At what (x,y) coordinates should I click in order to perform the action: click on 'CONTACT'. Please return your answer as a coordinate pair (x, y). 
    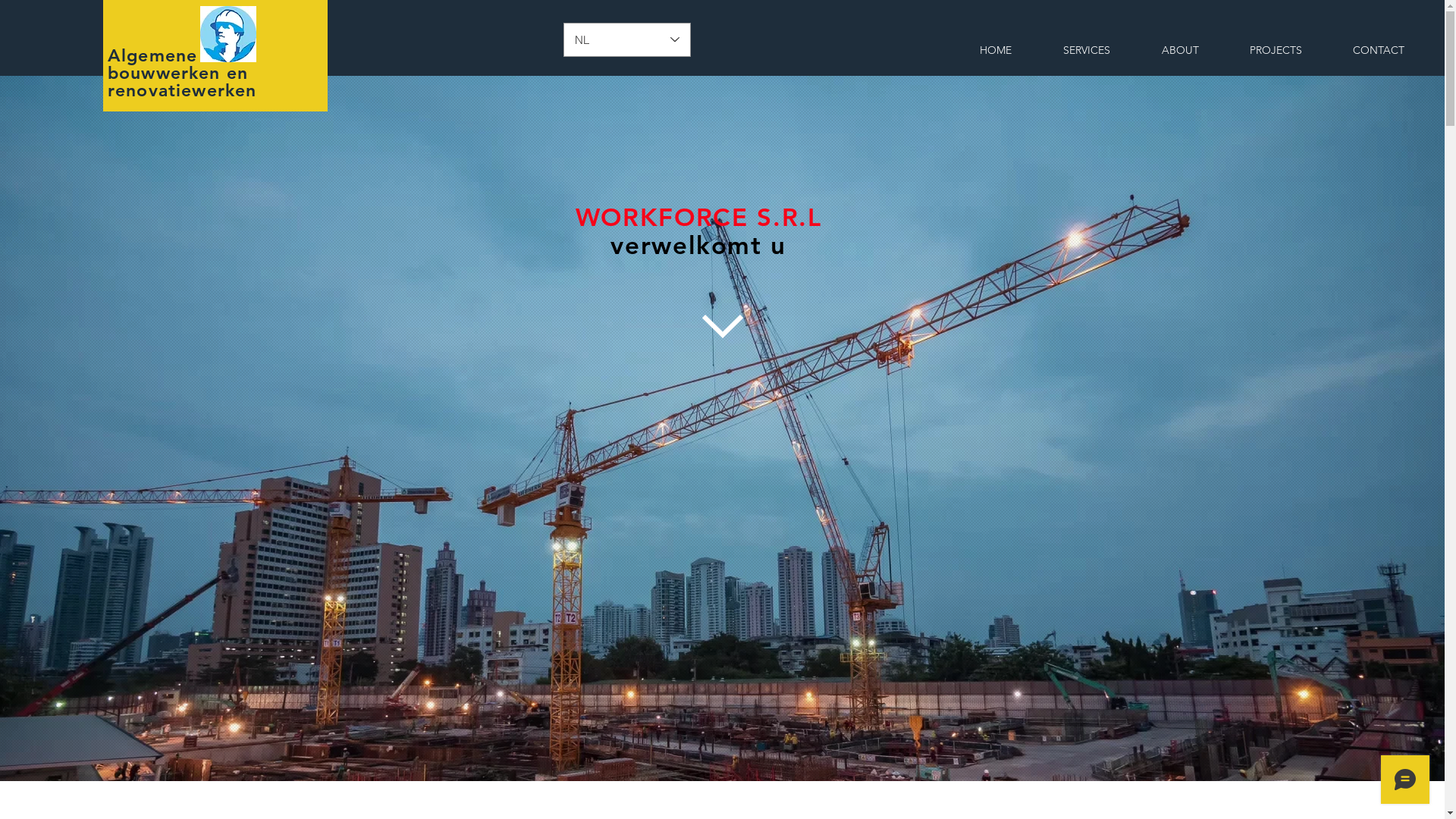
    Looking at the image, I should click on (1378, 49).